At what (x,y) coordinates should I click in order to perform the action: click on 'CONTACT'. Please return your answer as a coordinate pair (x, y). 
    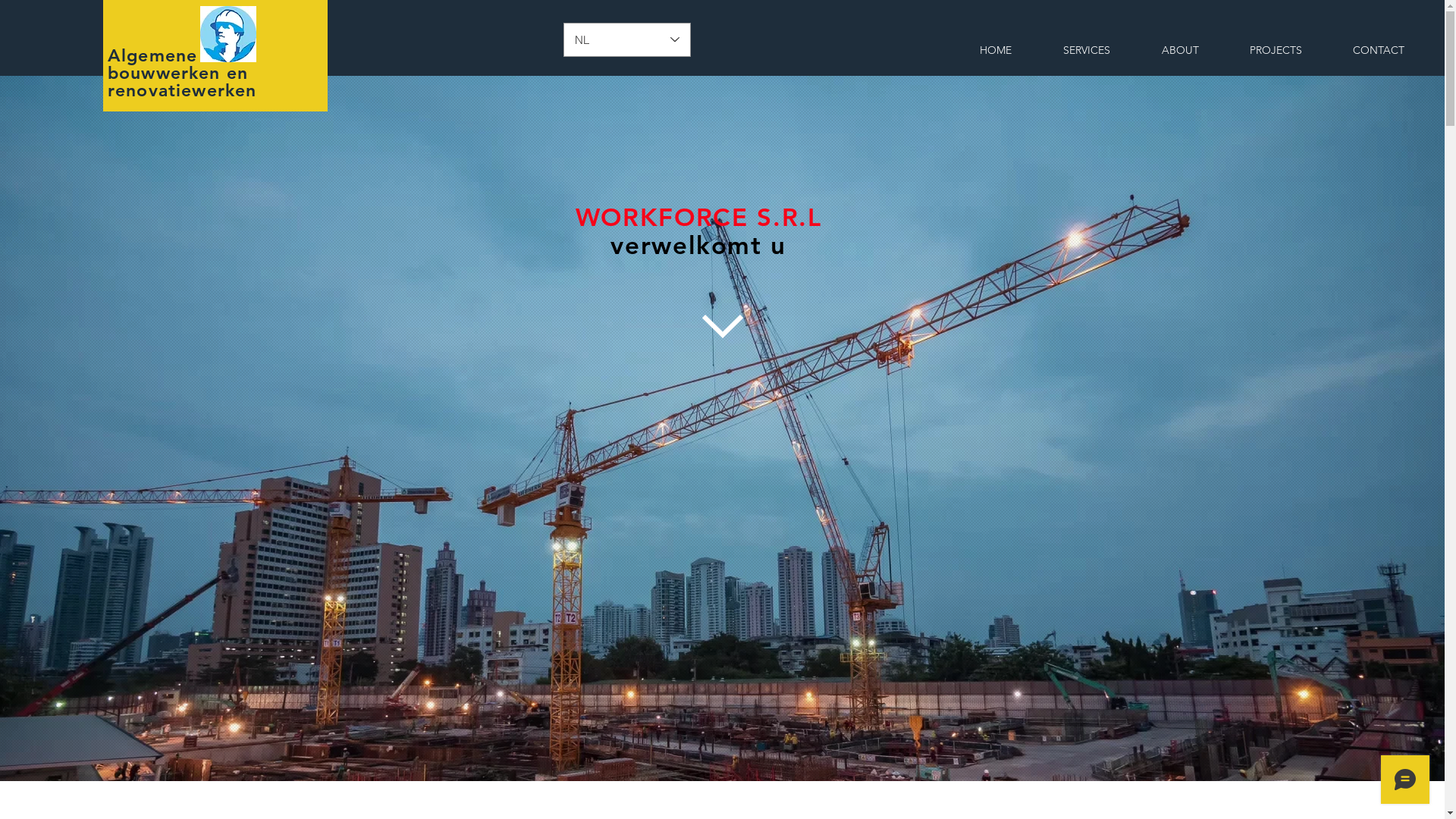
    Looking at the image, I should click on (1378, 49).